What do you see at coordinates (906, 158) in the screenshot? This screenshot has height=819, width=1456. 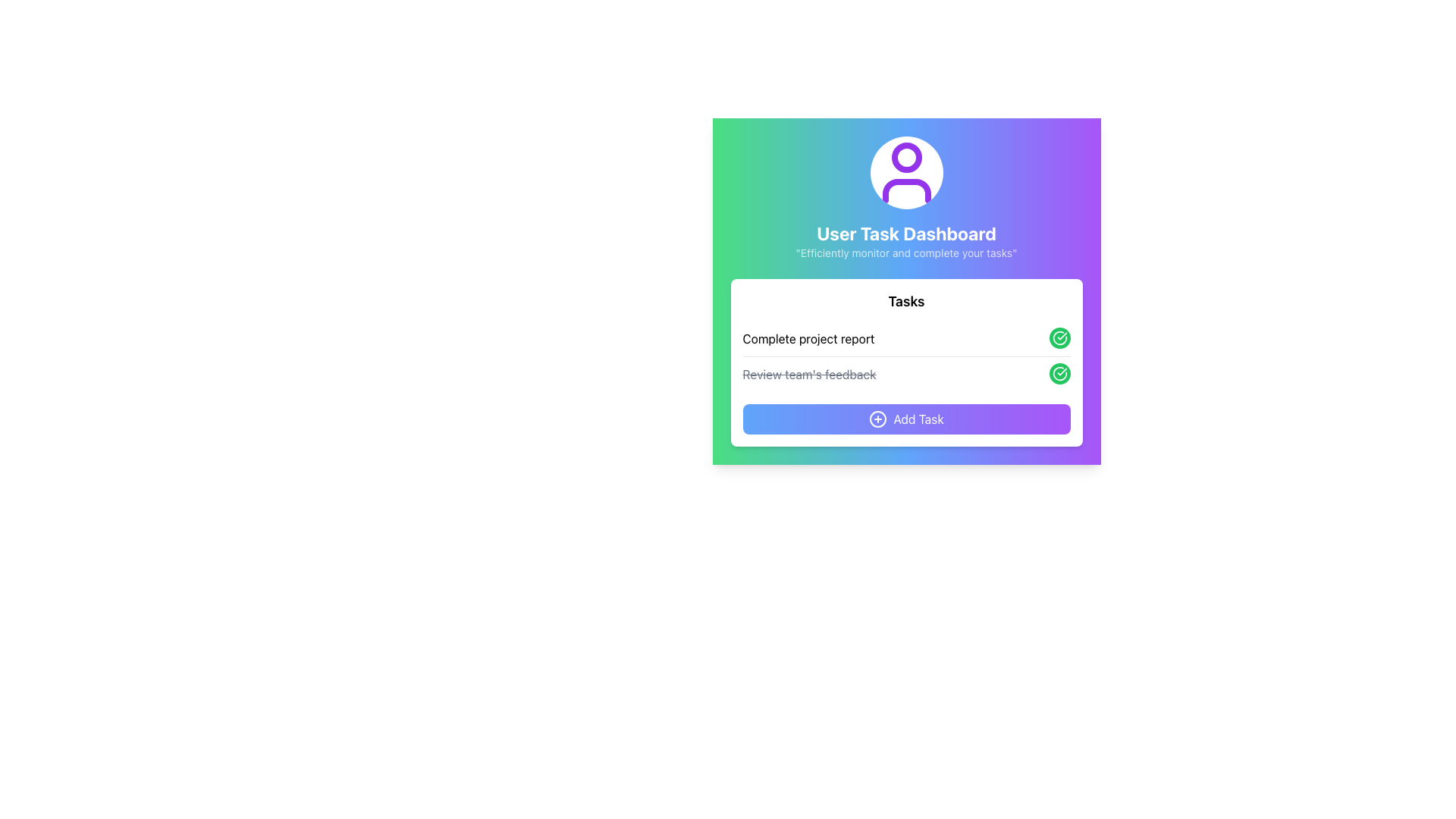 I see `the Graphical Decorative Element located at the top section of the user profile icon, which enhances its visual design` at bounding box center [906, 158].